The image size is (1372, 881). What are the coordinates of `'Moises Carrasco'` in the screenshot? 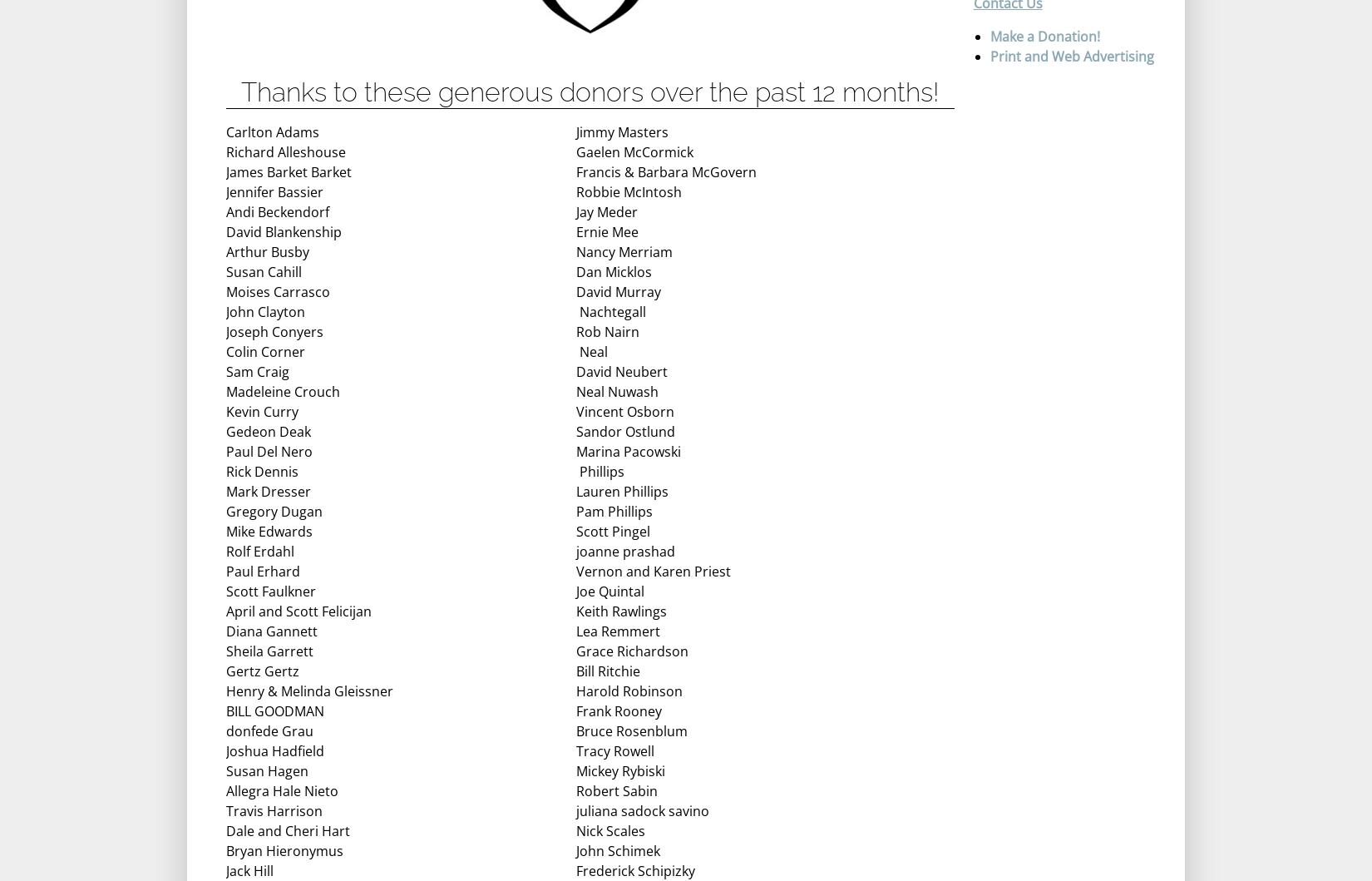 It's located at (278, 290).